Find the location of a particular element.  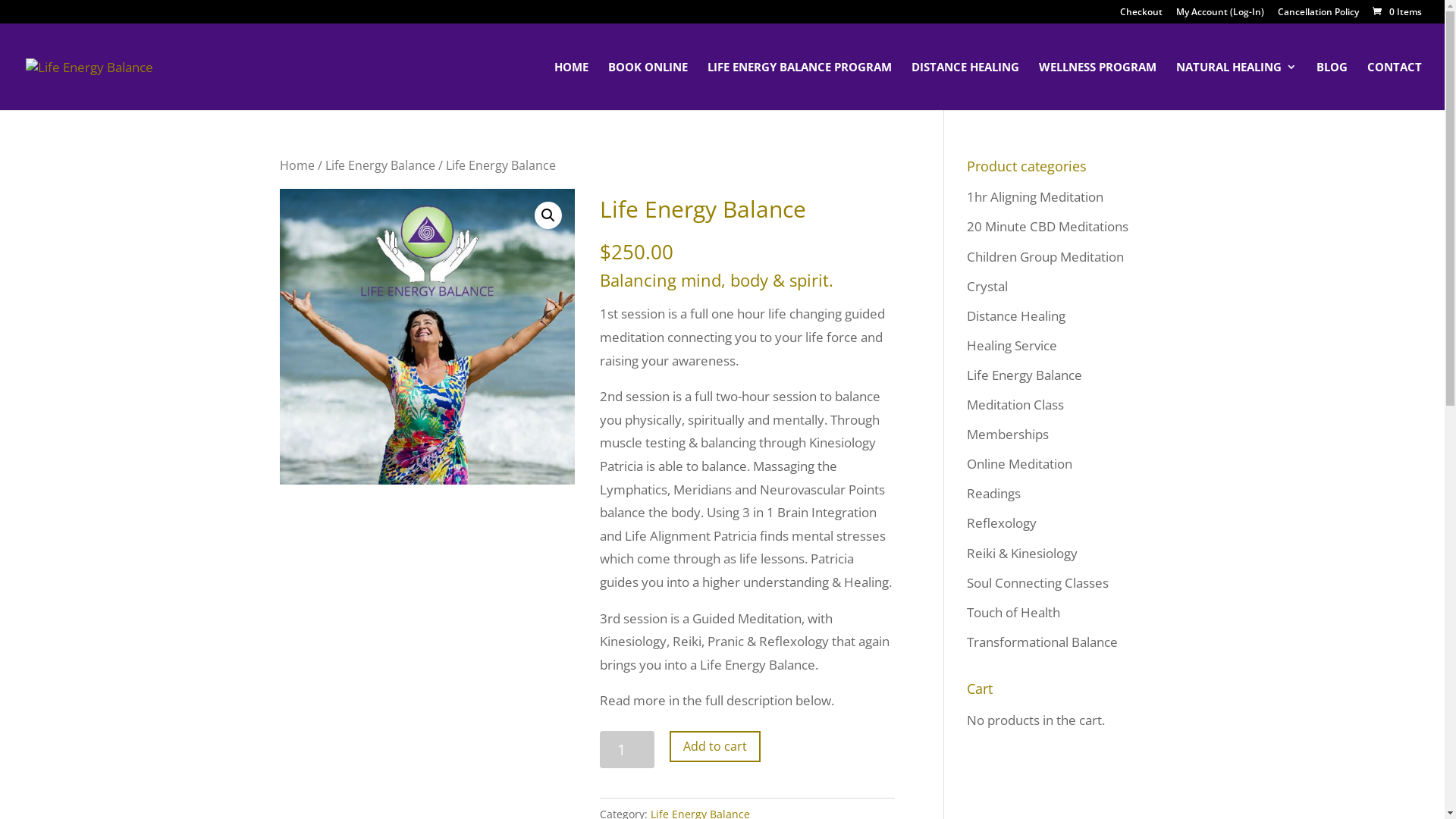

'Healing Service' is located at coordinates (1011, 345).